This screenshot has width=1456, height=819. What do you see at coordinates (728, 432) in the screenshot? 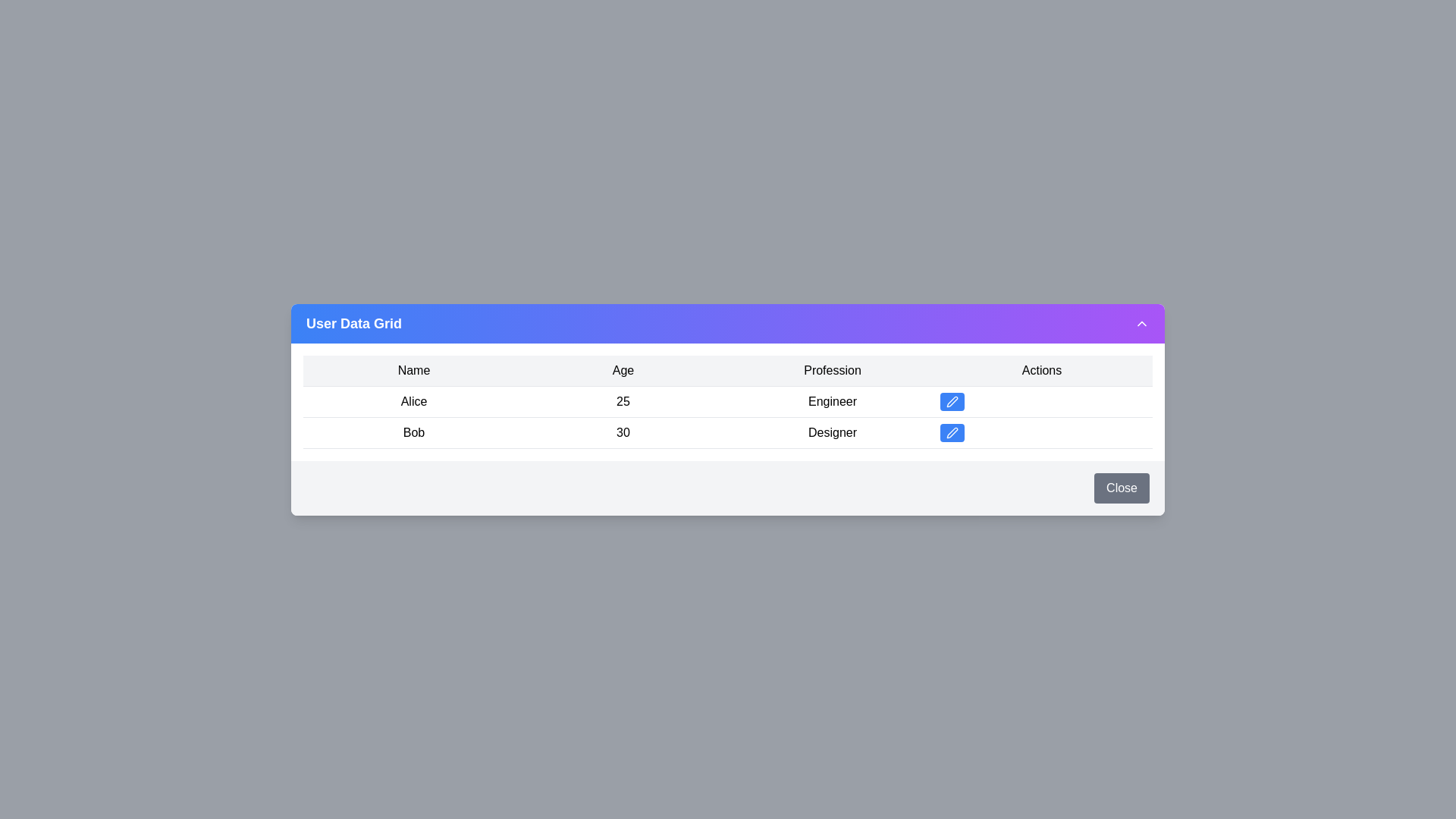
I see `the individual cells of the second table row displaying 'Bob', '30', and 'Designer'` at bounding box center [728, 432].